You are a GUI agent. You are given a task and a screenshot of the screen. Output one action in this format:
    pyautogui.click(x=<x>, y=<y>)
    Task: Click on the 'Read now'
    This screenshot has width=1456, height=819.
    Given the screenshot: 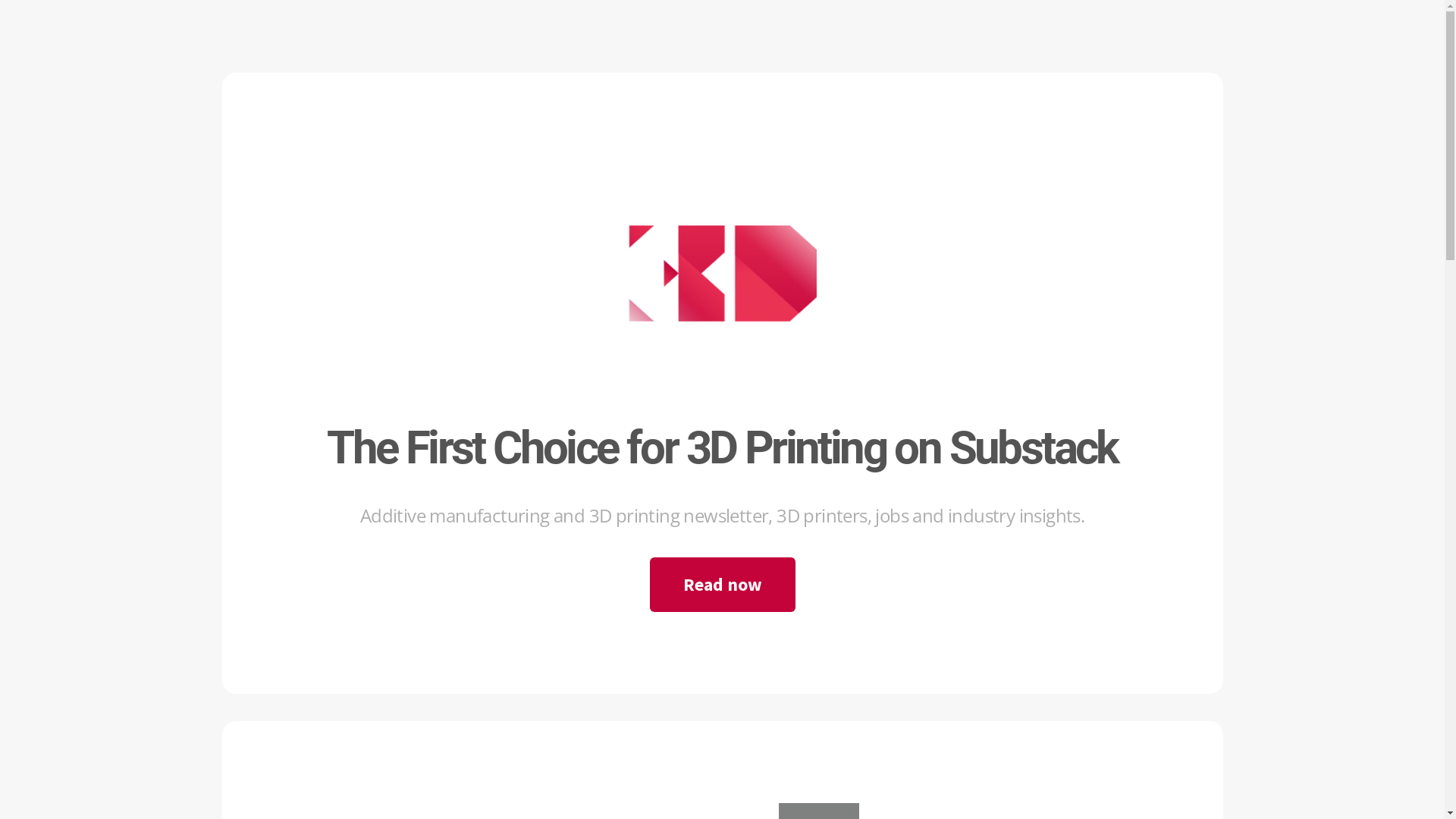 What is the action you would take?
    pyautogui.click(x=720, y=584)
    